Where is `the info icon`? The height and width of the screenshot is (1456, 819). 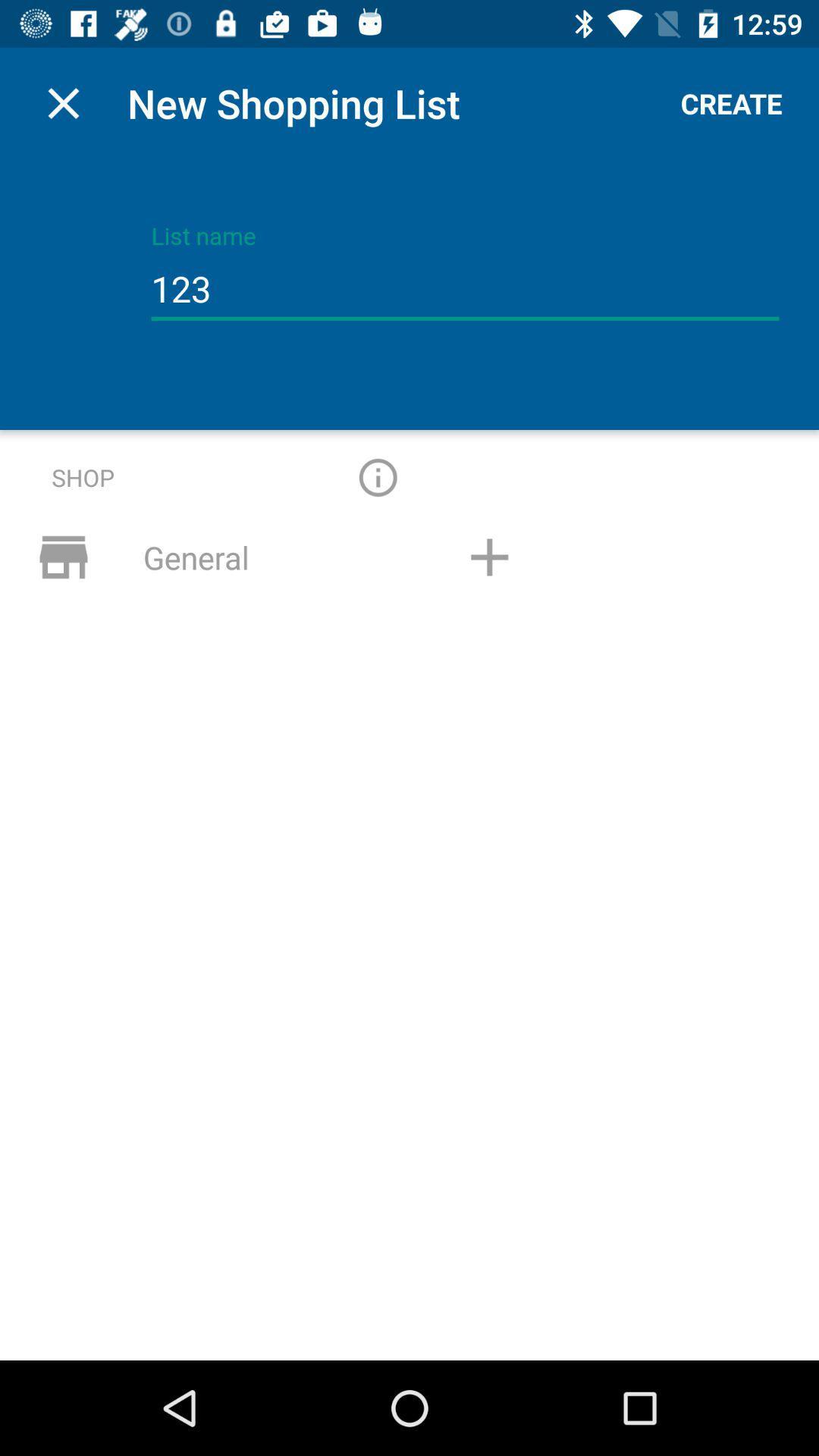 the info icon is located at coordinates (377, 476).